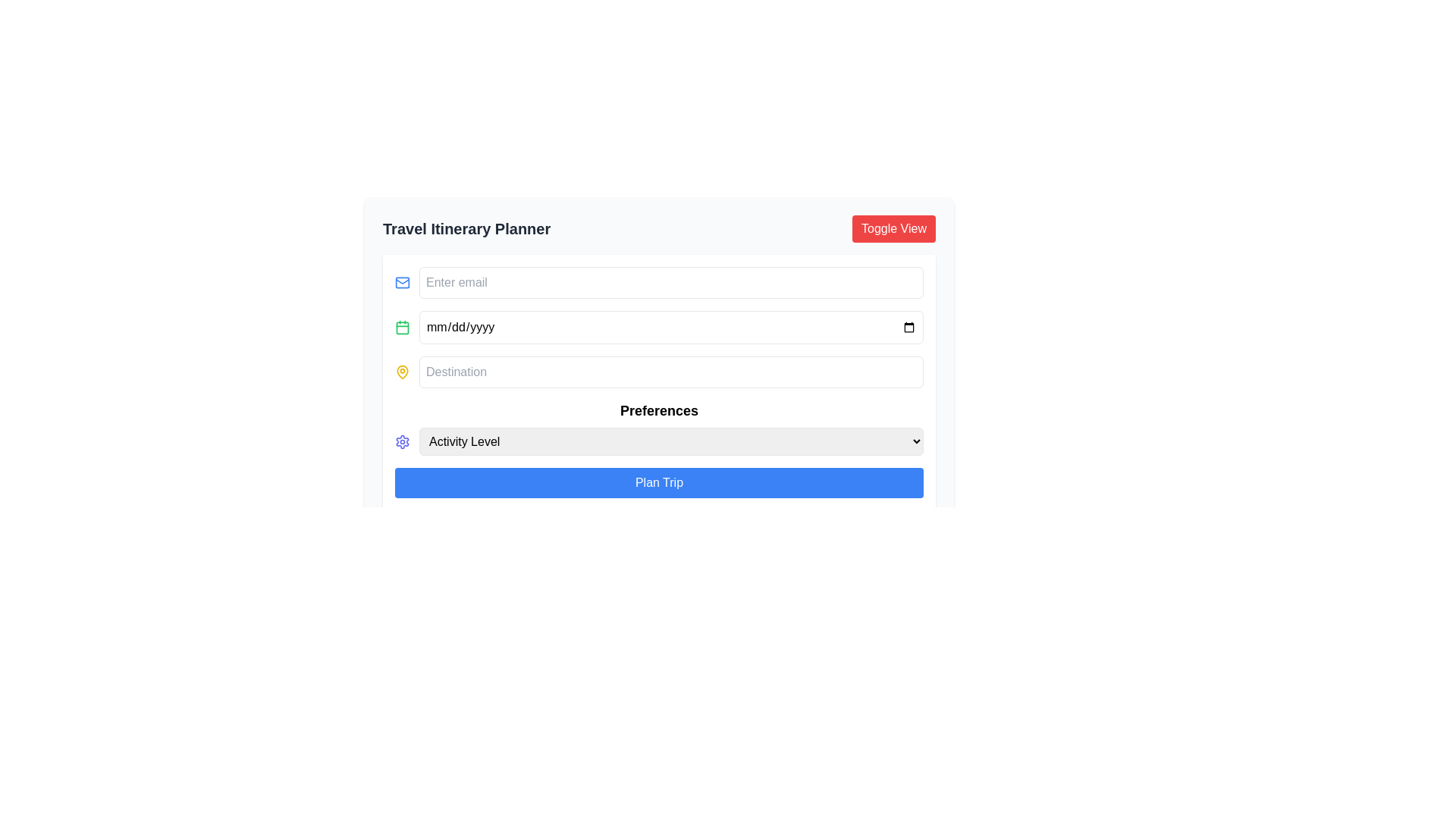 This screenshot has width=1456, height=819. Describe the element at coordinates (670, 283) in the screenshot. I see `the email input text field located to the right of the blue envelope icon by` at that location.